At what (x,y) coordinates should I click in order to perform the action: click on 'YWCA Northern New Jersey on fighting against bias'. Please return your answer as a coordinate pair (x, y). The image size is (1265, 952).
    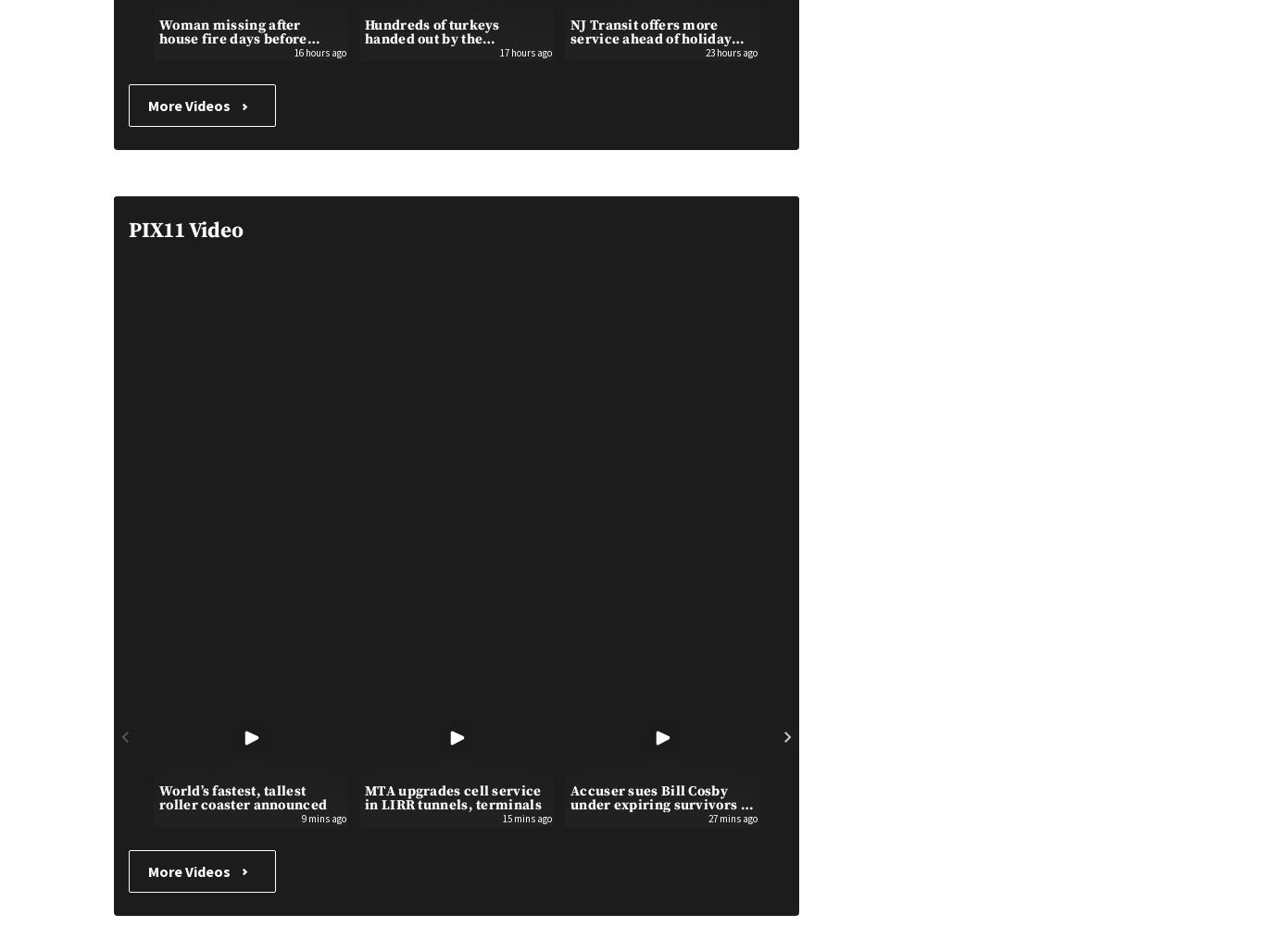
    Looking at the image, I should click on (866, 31).